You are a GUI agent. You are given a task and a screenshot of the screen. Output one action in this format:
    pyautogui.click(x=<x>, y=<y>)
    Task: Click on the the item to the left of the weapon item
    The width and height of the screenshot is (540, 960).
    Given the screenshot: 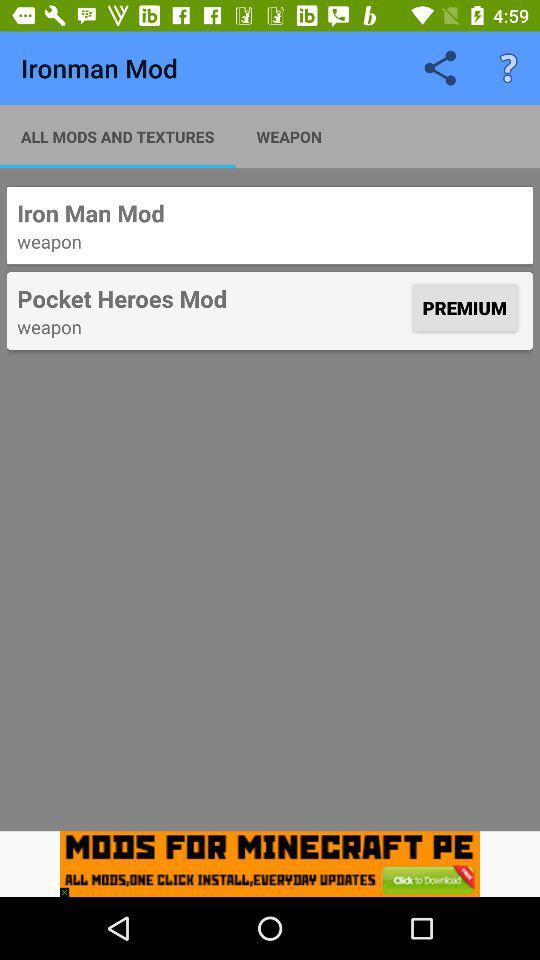 What is the action you would take?
    pyautogui.click(x=117, y=135)
    